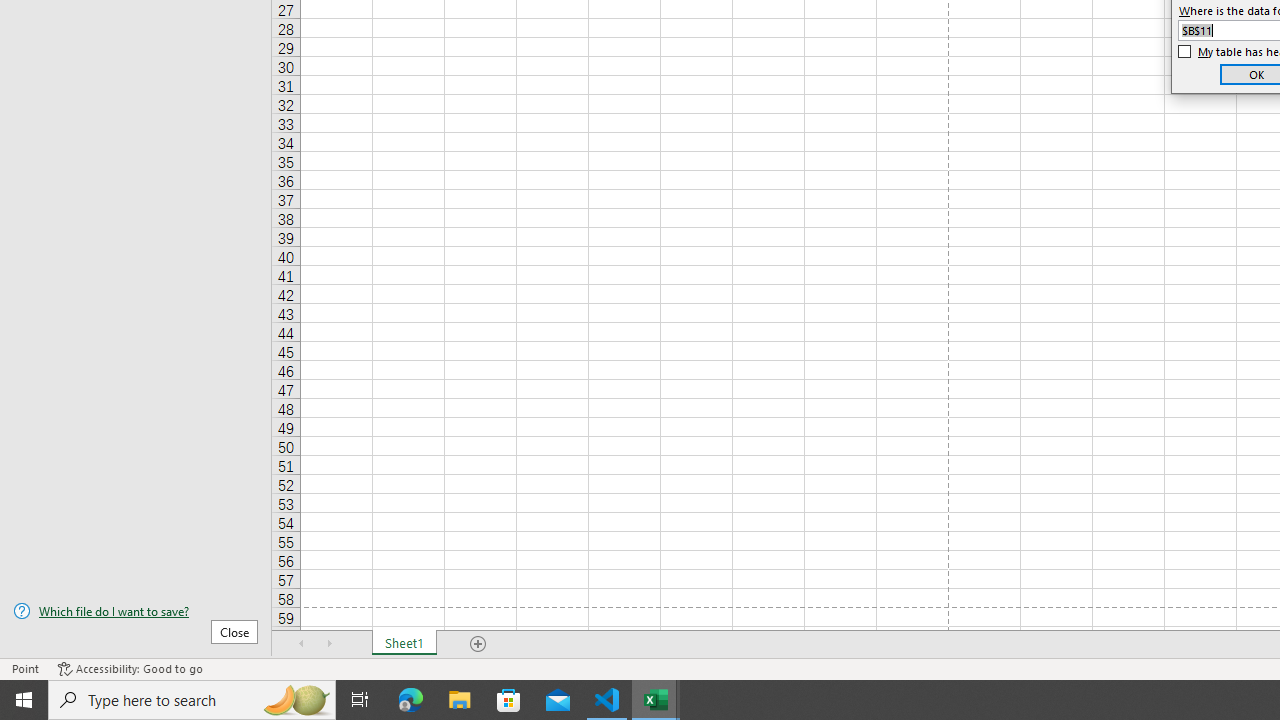  What do you see at coordinates (294, 698) in the screenshot?
I see `'Search highlights icon opens search home window'` at bounding box center [294, 698].